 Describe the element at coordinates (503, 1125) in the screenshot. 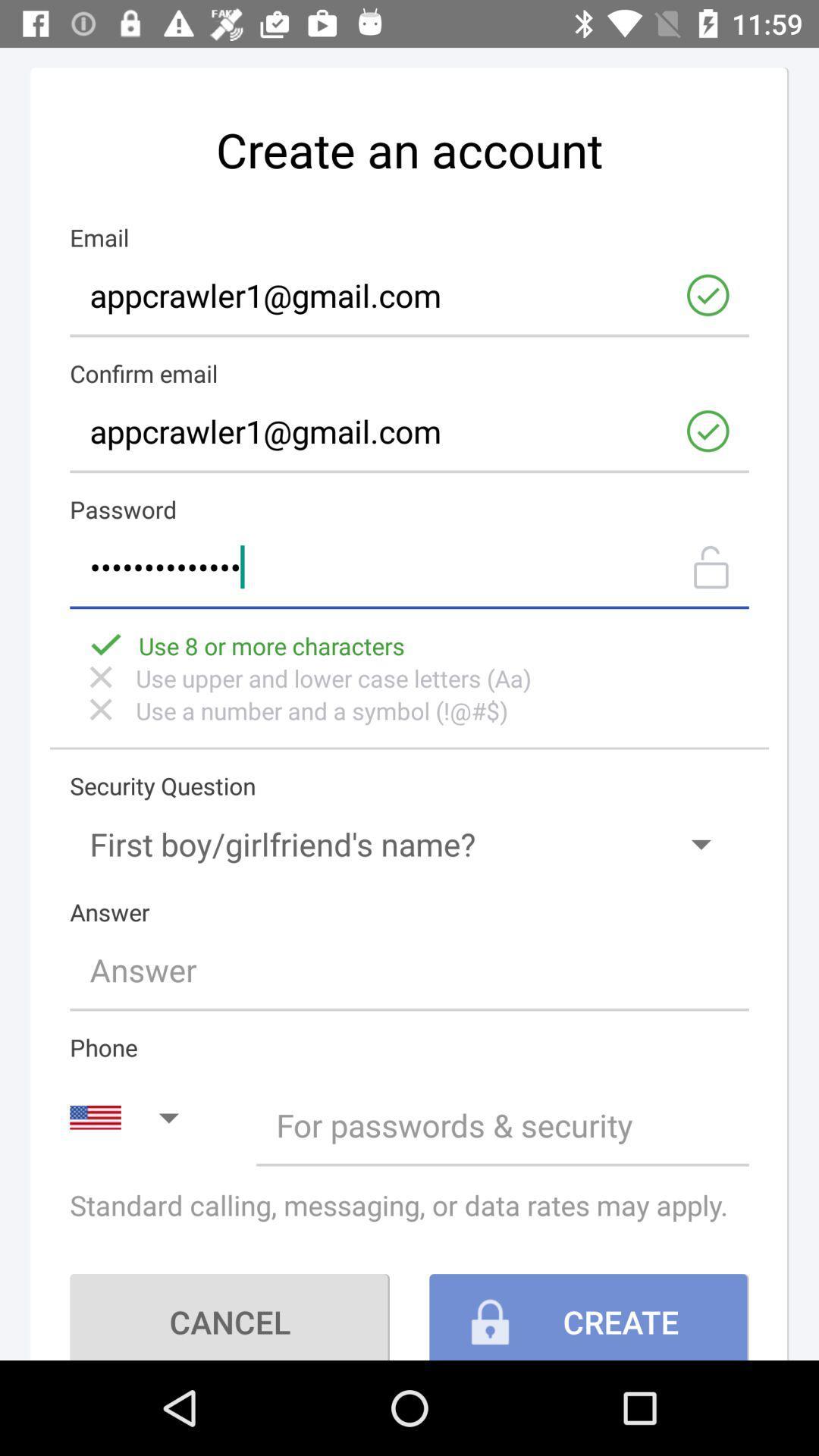

I see `your phone number` at that location.